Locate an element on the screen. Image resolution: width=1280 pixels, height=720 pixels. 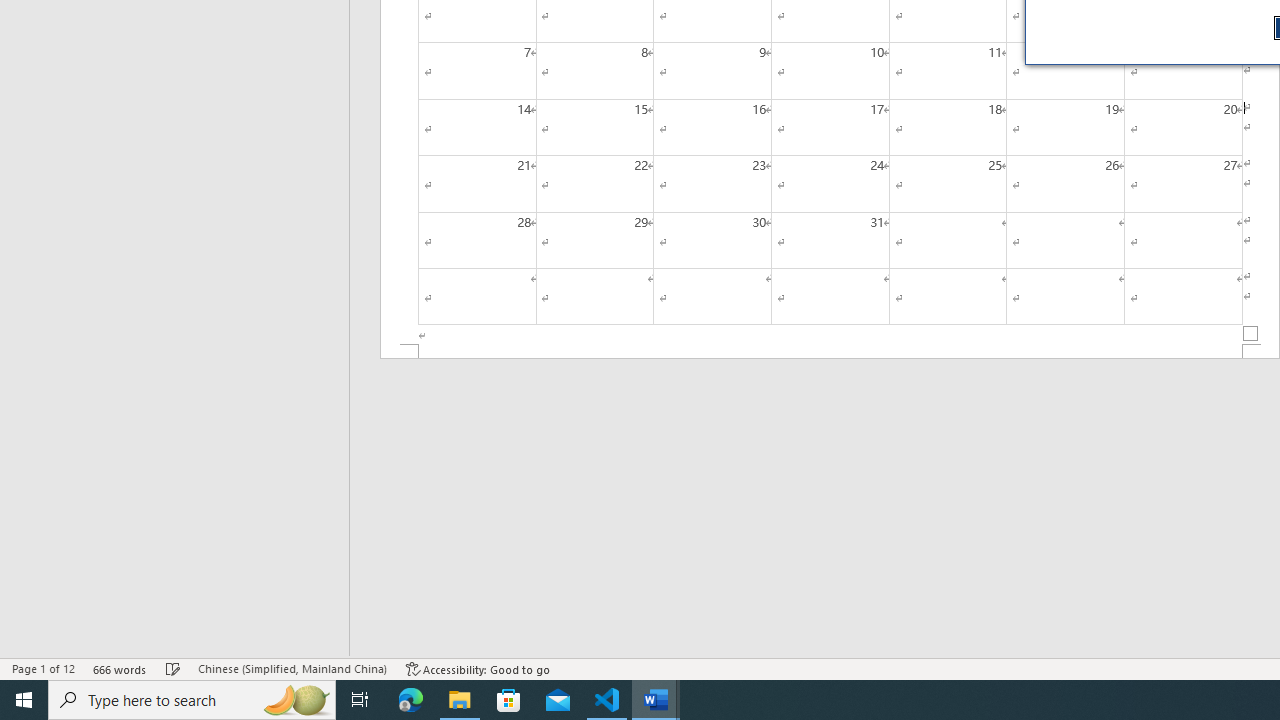
'Microsoft Store' is located at coordinates (509, 698).